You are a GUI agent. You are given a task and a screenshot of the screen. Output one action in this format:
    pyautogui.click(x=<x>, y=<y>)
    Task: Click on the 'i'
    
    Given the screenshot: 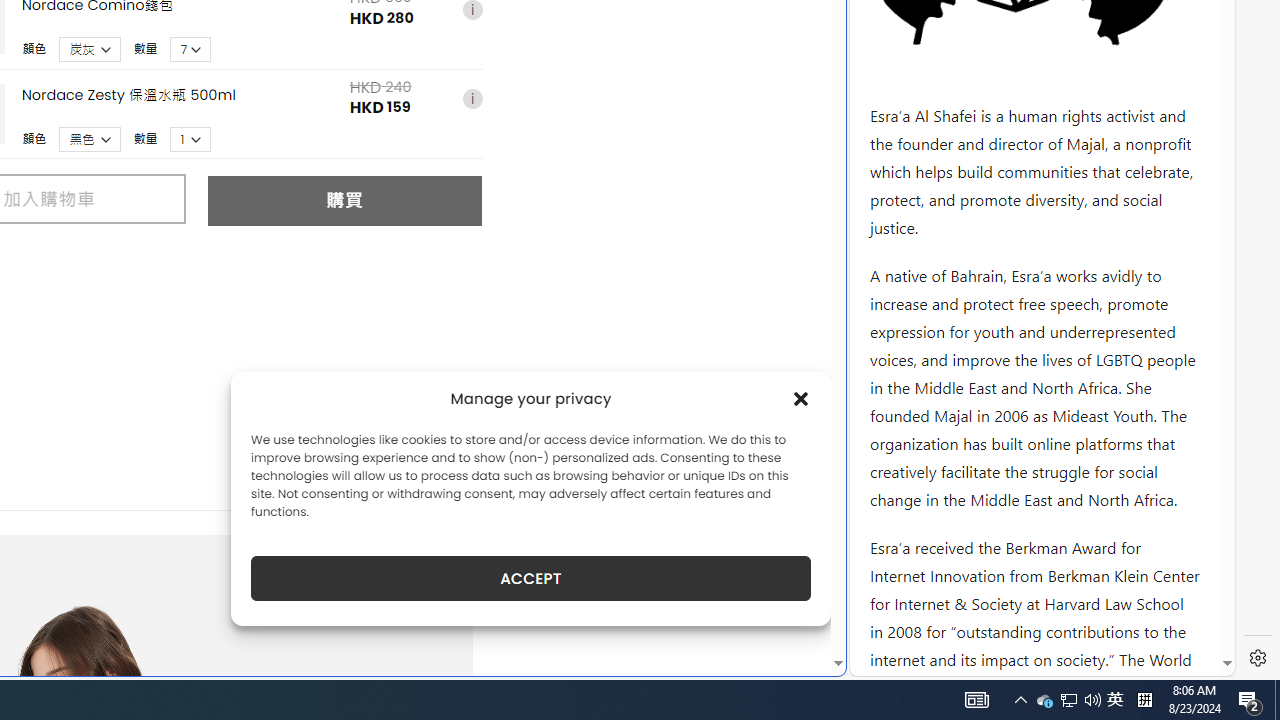 What is the action you would take?
    pyautogui.click(x=471, y=99)
    